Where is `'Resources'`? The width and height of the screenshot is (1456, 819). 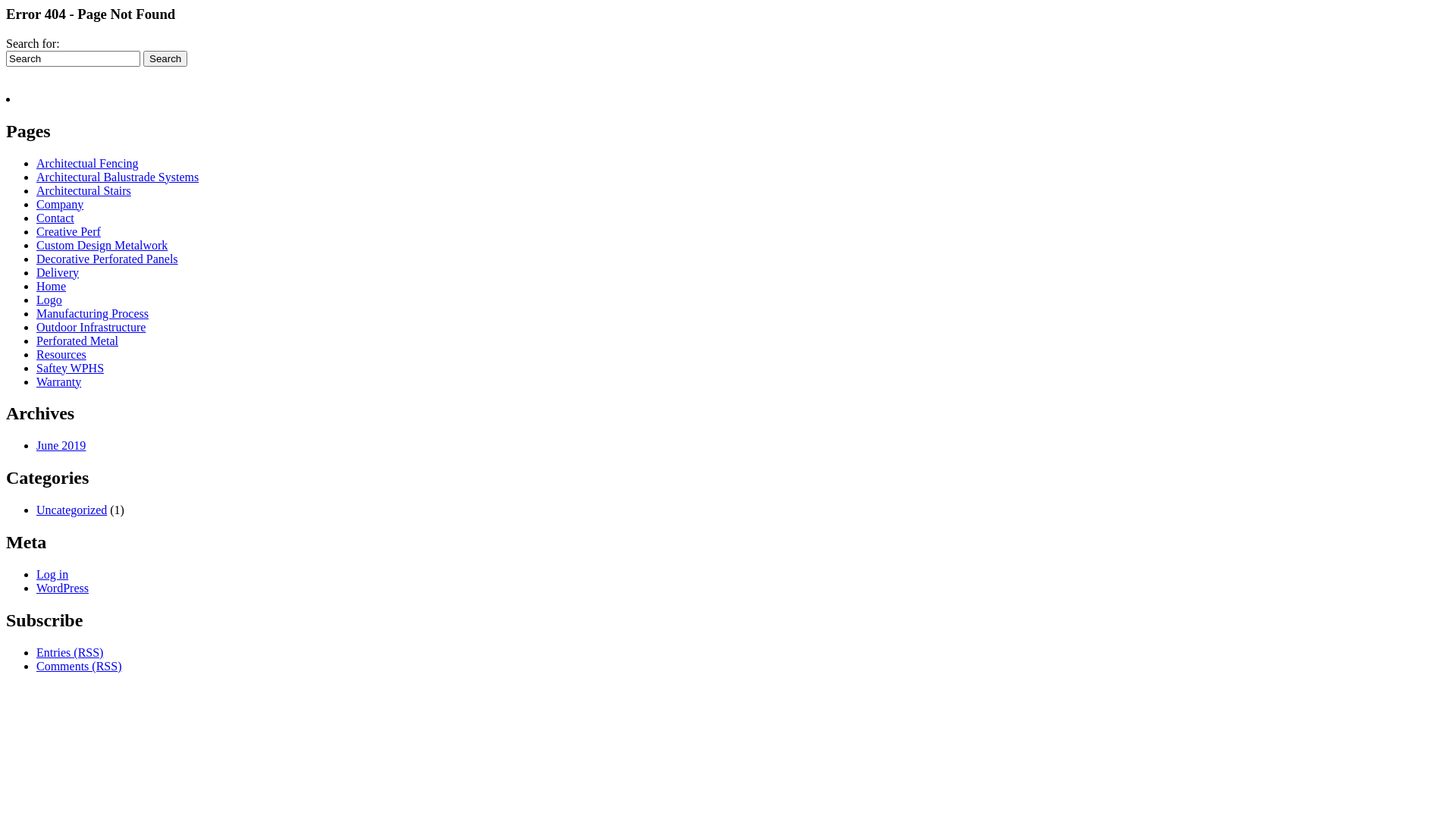 'Resources' is located at coordinates (61, 354).